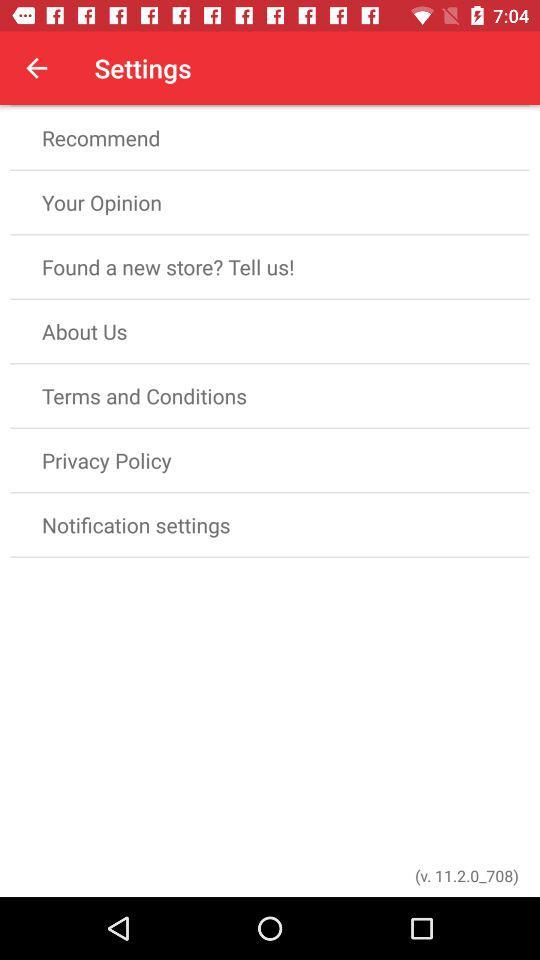 Image resolution: width=540 pixels, height=960 pixels. What do you see at coordinates (270, 265) in the screenshot?
I see `item below the your opinion` at bounding box center [270, 265].